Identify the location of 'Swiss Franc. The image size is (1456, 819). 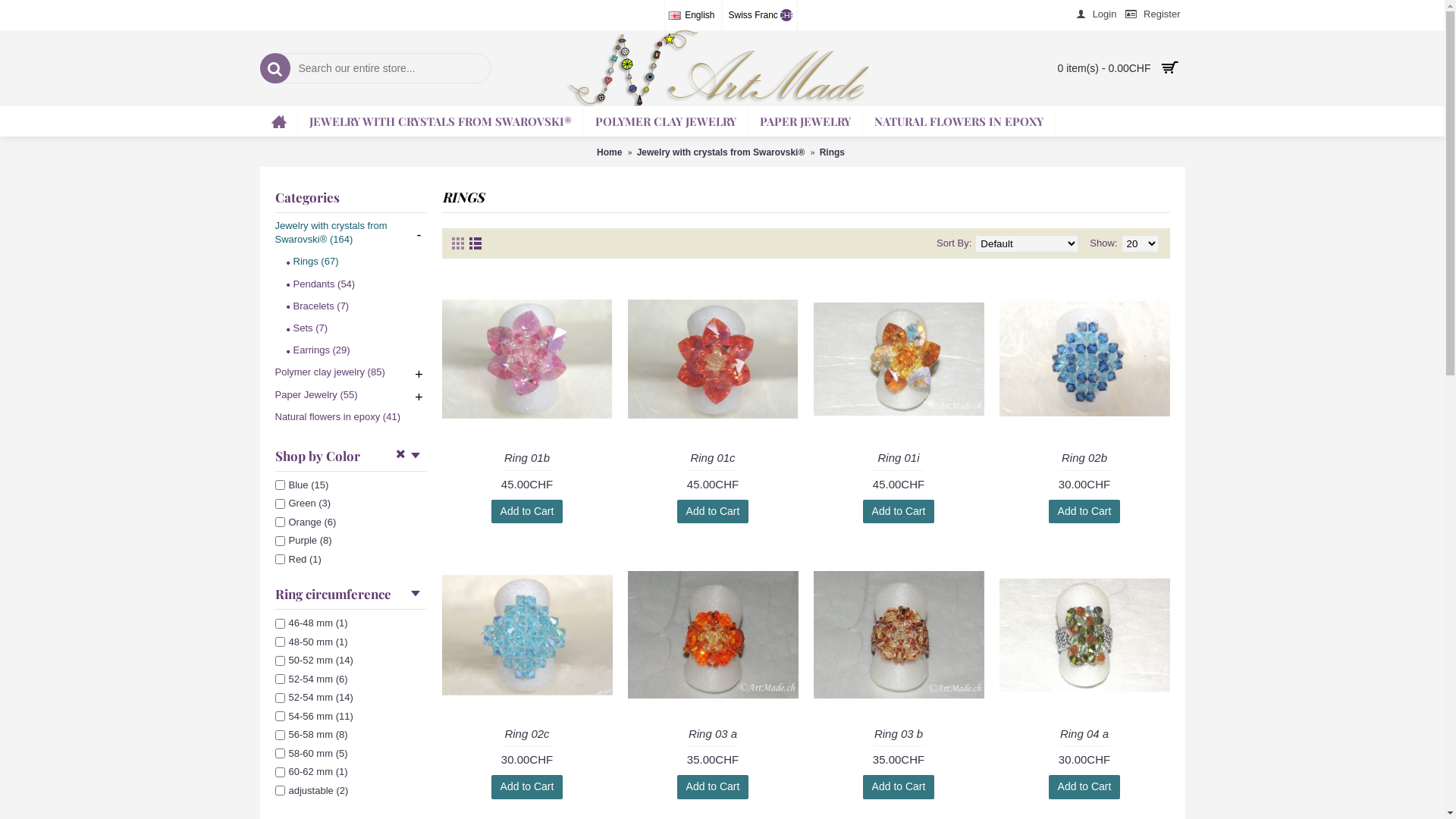
(759, 14).